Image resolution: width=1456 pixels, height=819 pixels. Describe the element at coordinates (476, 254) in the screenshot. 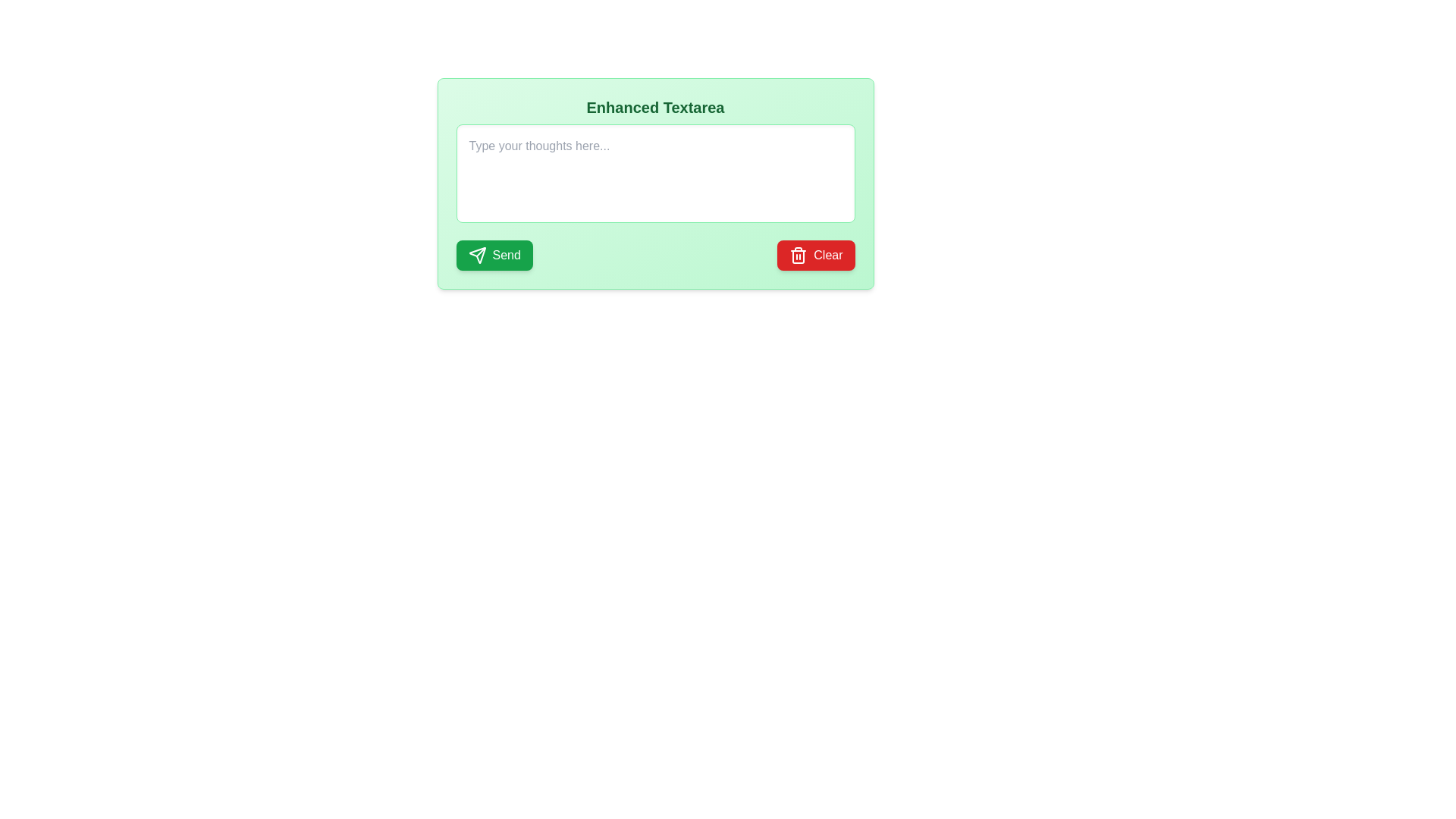

I see `the 'Send' button's SVG icon` at that location.